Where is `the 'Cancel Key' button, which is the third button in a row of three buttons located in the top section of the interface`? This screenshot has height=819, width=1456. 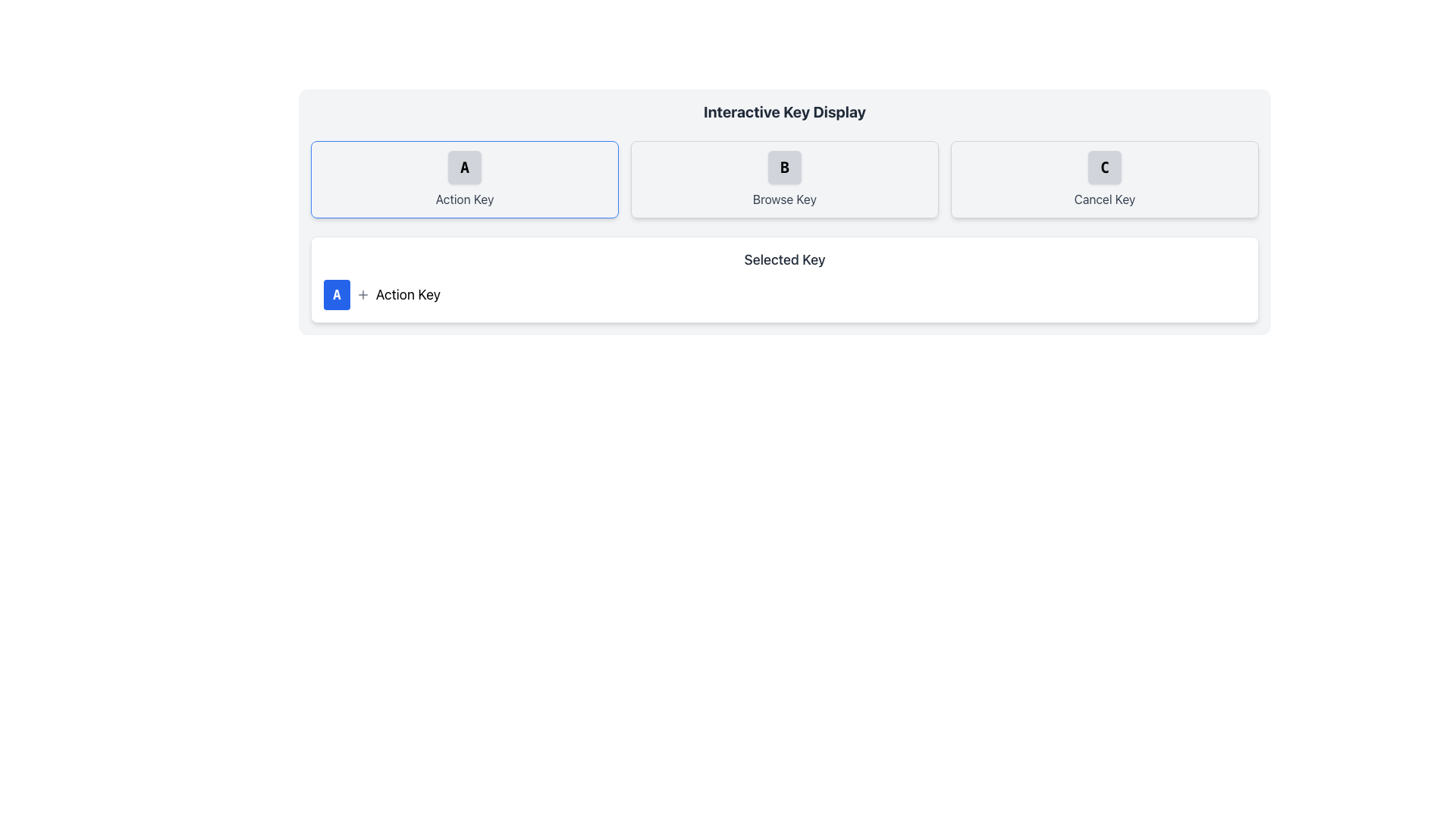
the 'Cancel Key' button, which is the third button in a row of three buttons located in the top section of the interface is located at coordinates (1105, 178).